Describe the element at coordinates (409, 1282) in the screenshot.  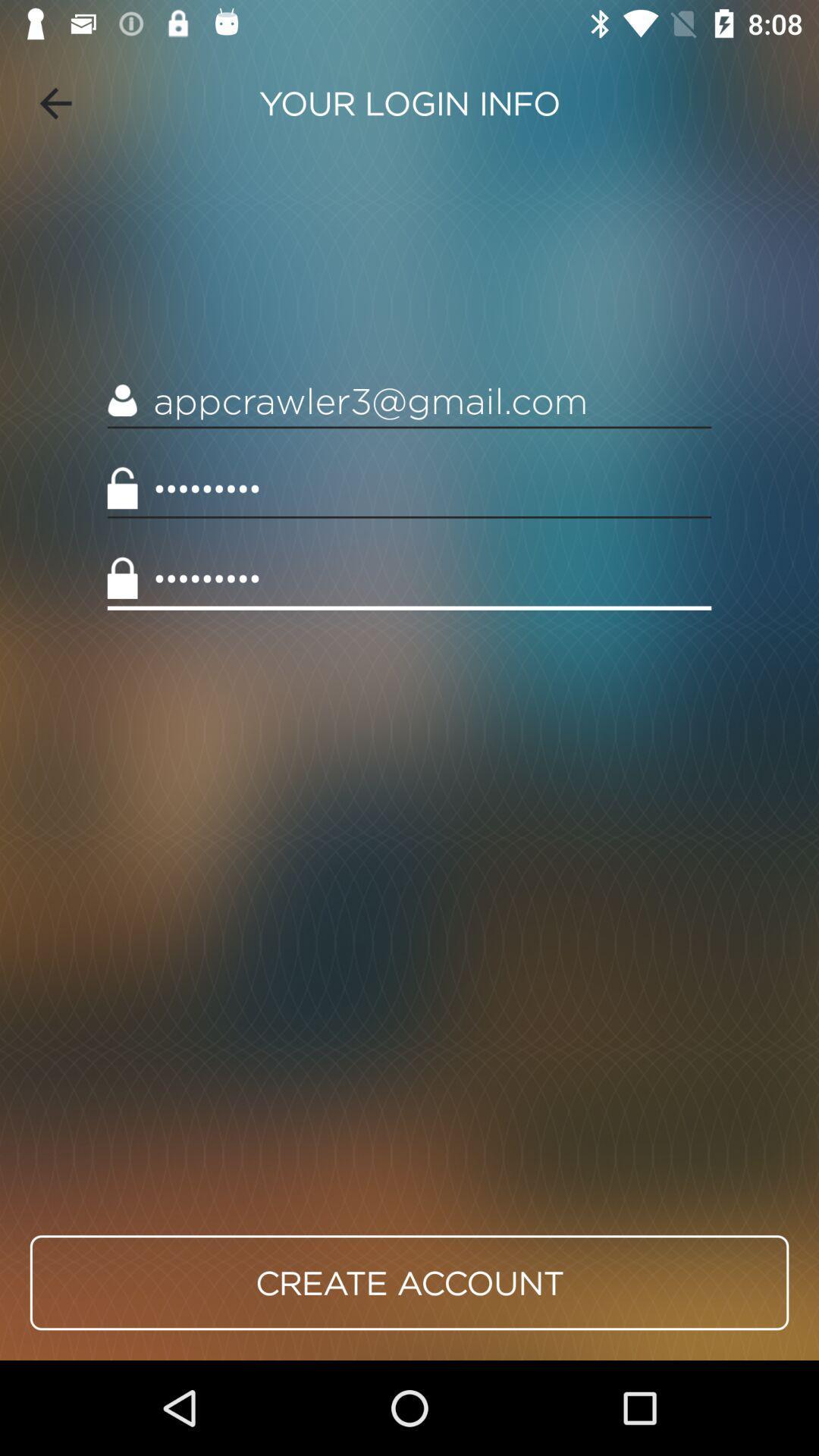
I see `create account item` at that location.